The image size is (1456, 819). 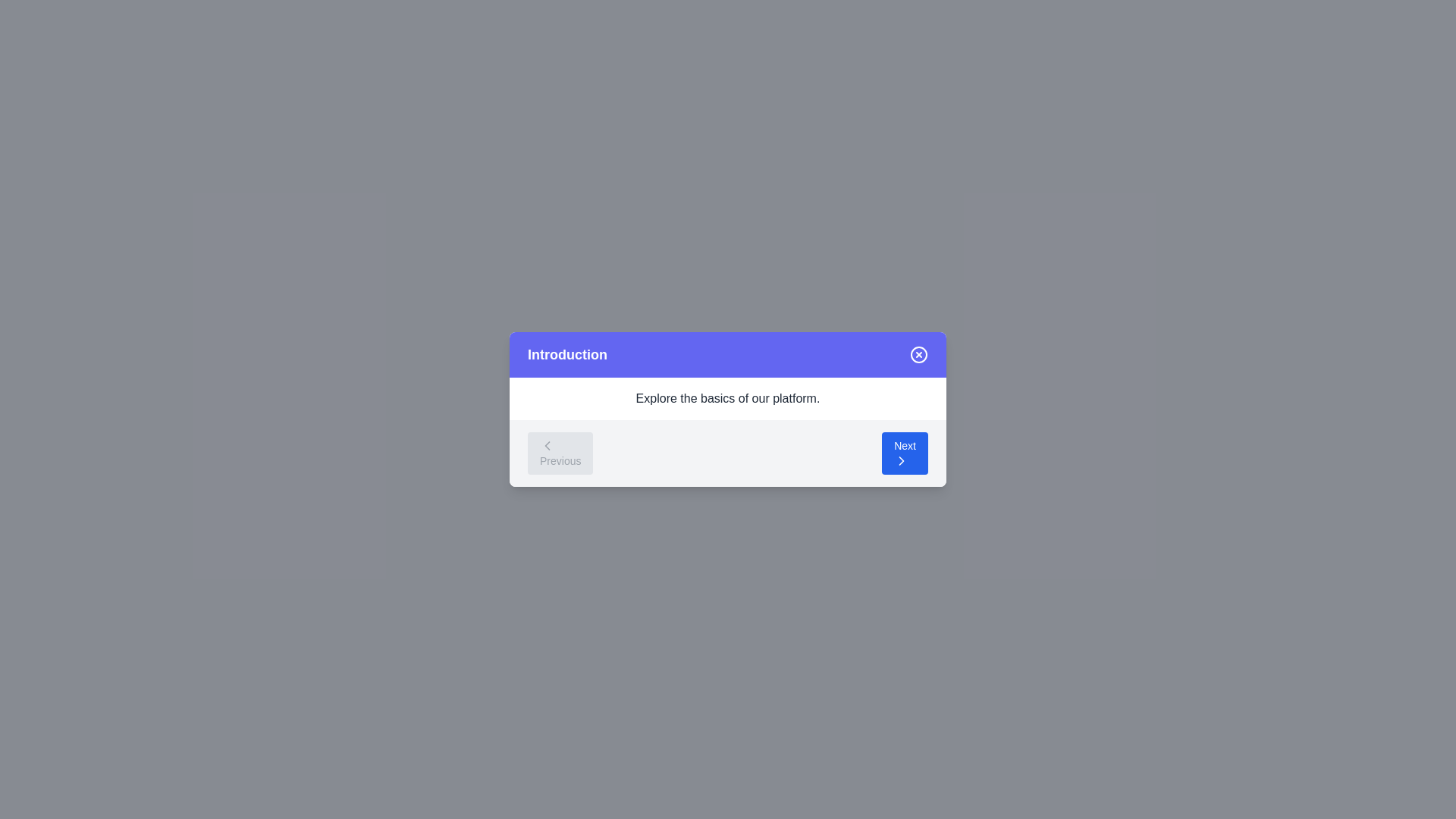 What do you see at coordinates (902, 460) in the screenshot?
I see `the chevron icon indicating forward action located inside the blue 'Next' button at the bottom-right corner of the dialog box` at bounding box center [902, 460].